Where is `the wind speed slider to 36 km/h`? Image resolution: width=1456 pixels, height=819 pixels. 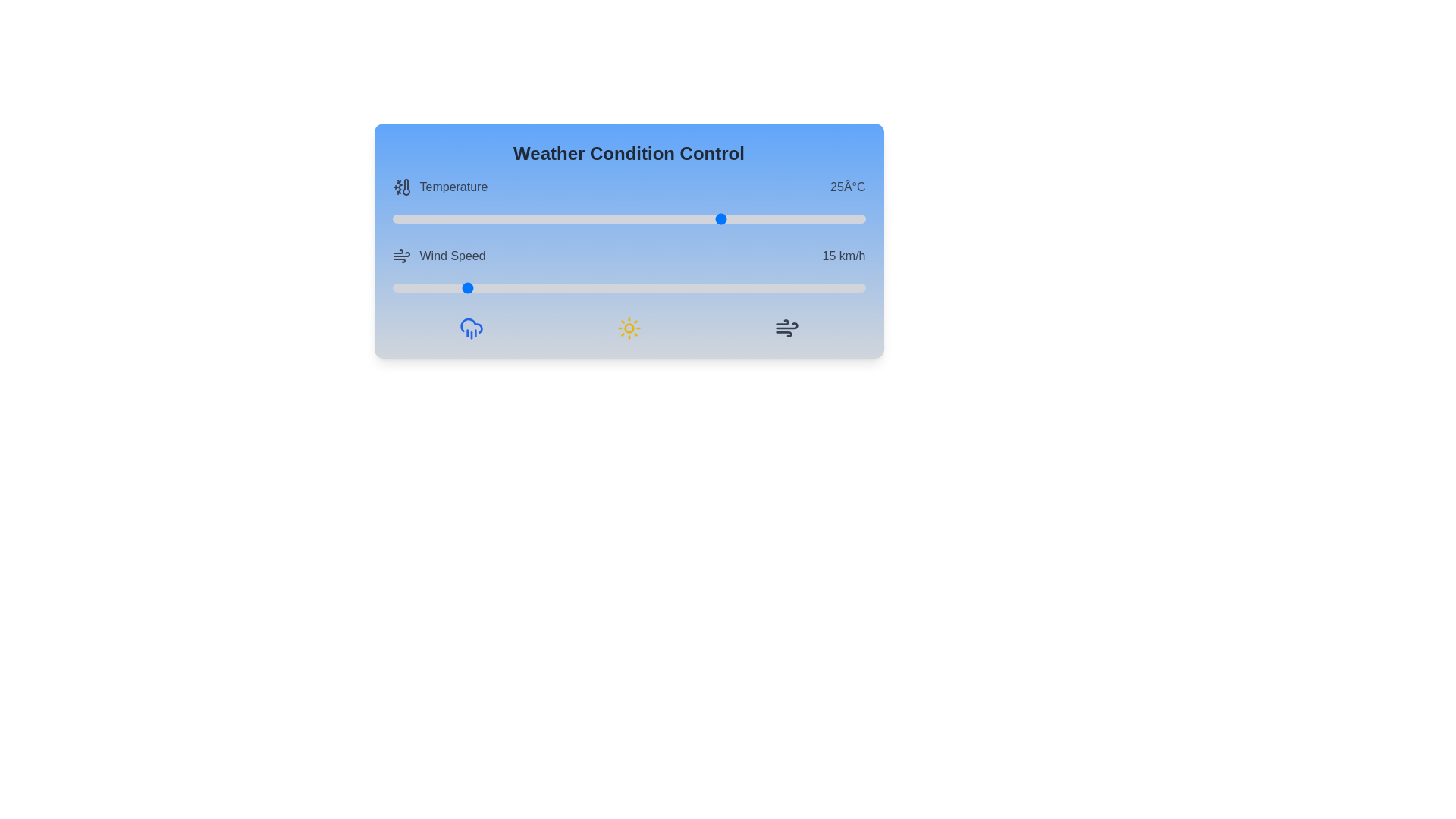
the wind speed slider to 36 km/h is located at coordinates (562, 288).